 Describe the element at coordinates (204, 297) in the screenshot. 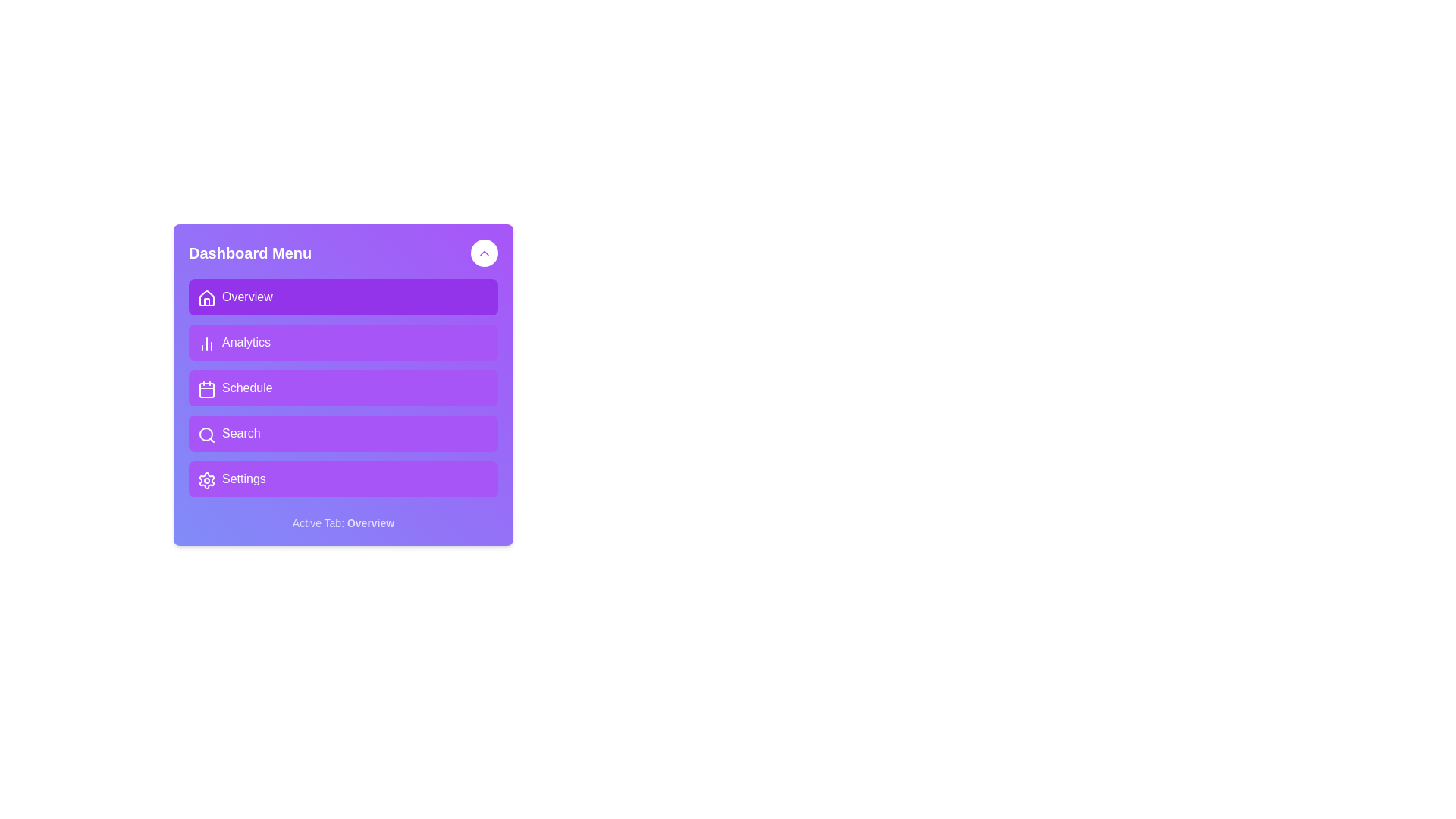

I see `the home/overview SVG icon located on the left side of the active 'Overview' item in the navigation menu` at that location.